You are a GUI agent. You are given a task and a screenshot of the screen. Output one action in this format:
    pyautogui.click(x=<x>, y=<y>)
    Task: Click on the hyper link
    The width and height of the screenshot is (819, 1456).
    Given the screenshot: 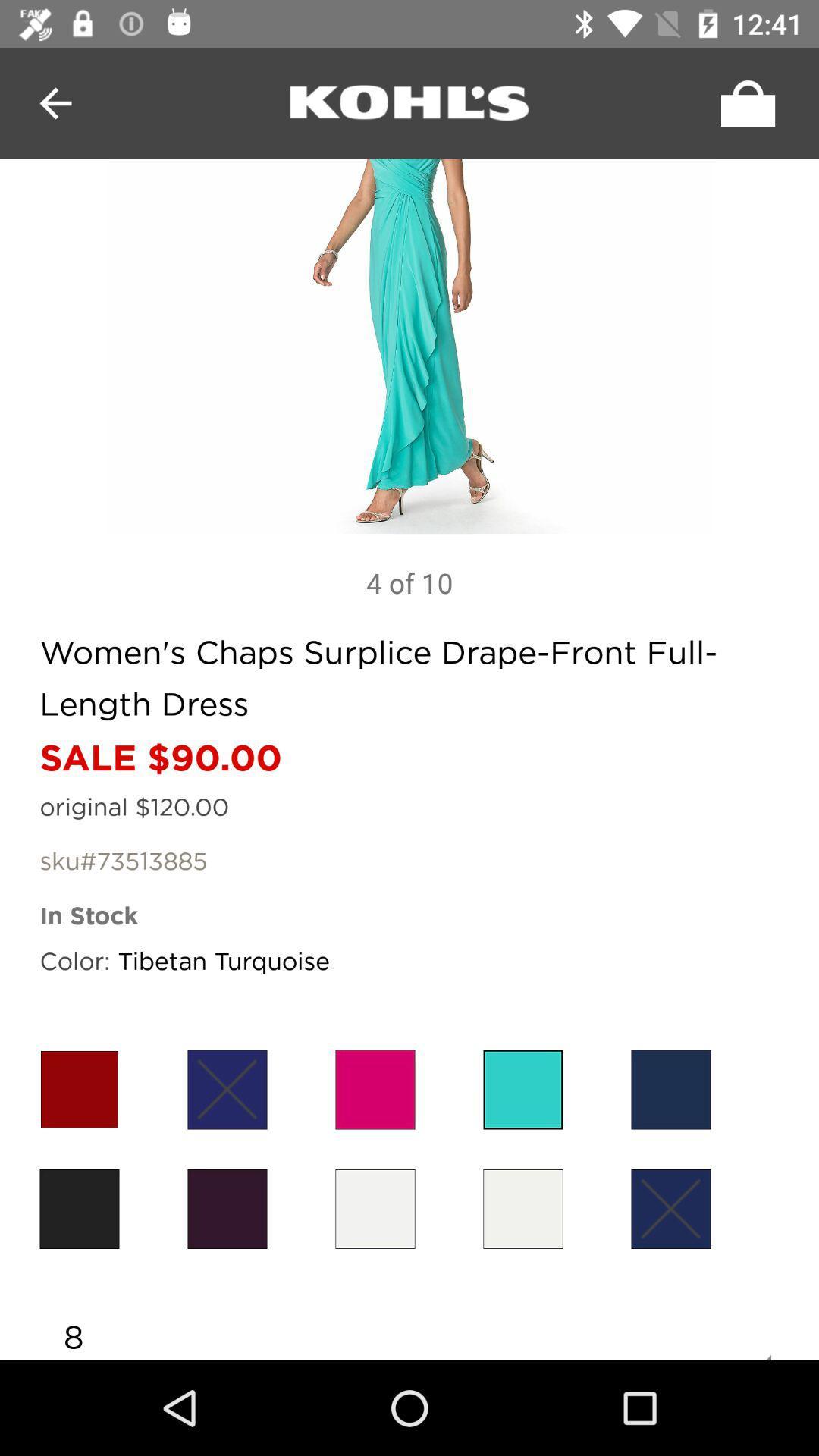 What is the action you would take?
    pyautogui.click(x=409, y=102)
    